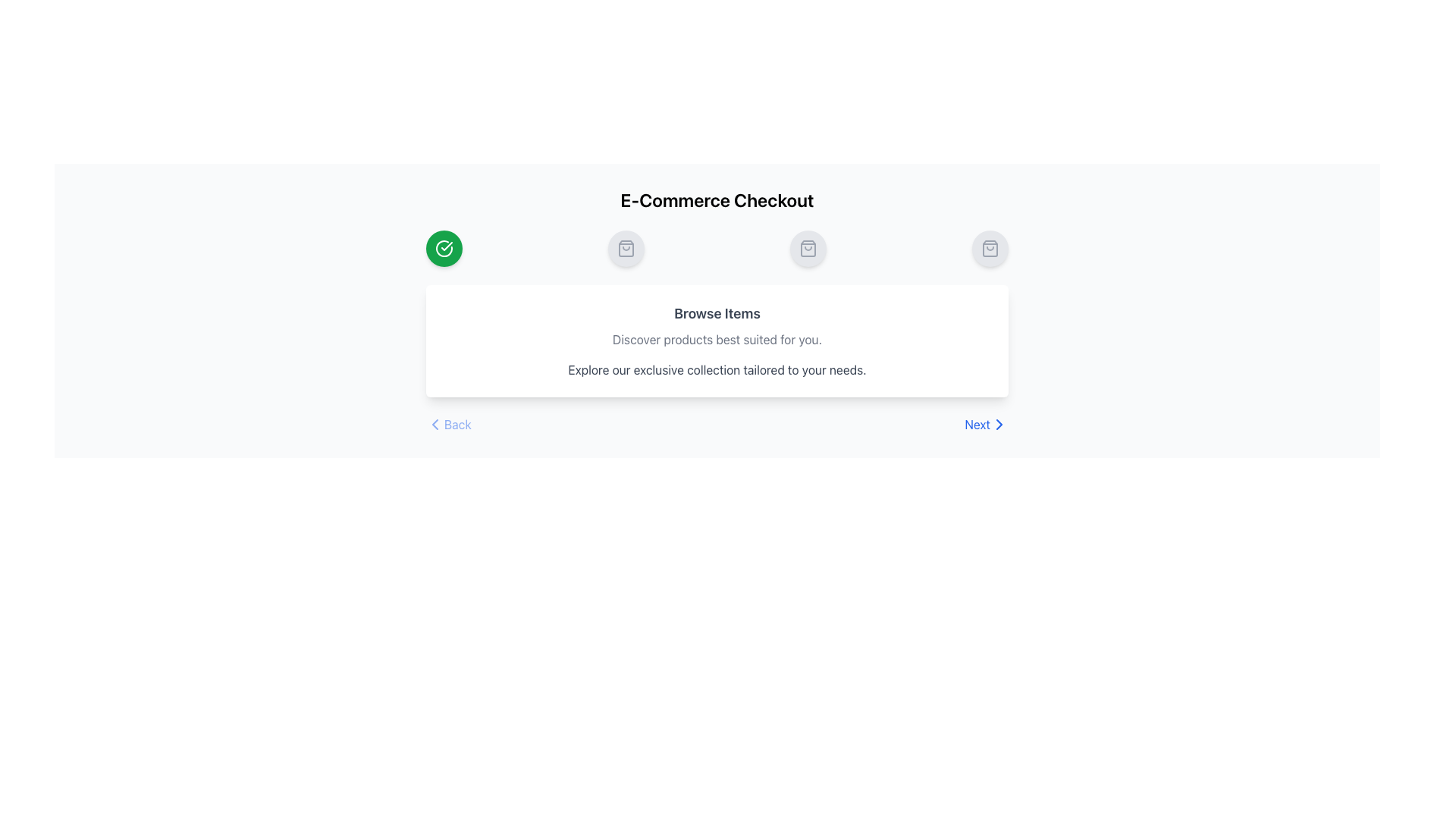  Describe the element at coordinates (807, 247) in the screenshot. I see `the shopping bag icon, which is a minimalistic icon outlined with thin gray lines, located centrally below the title 'E-Commerce Checkout'` at that location.